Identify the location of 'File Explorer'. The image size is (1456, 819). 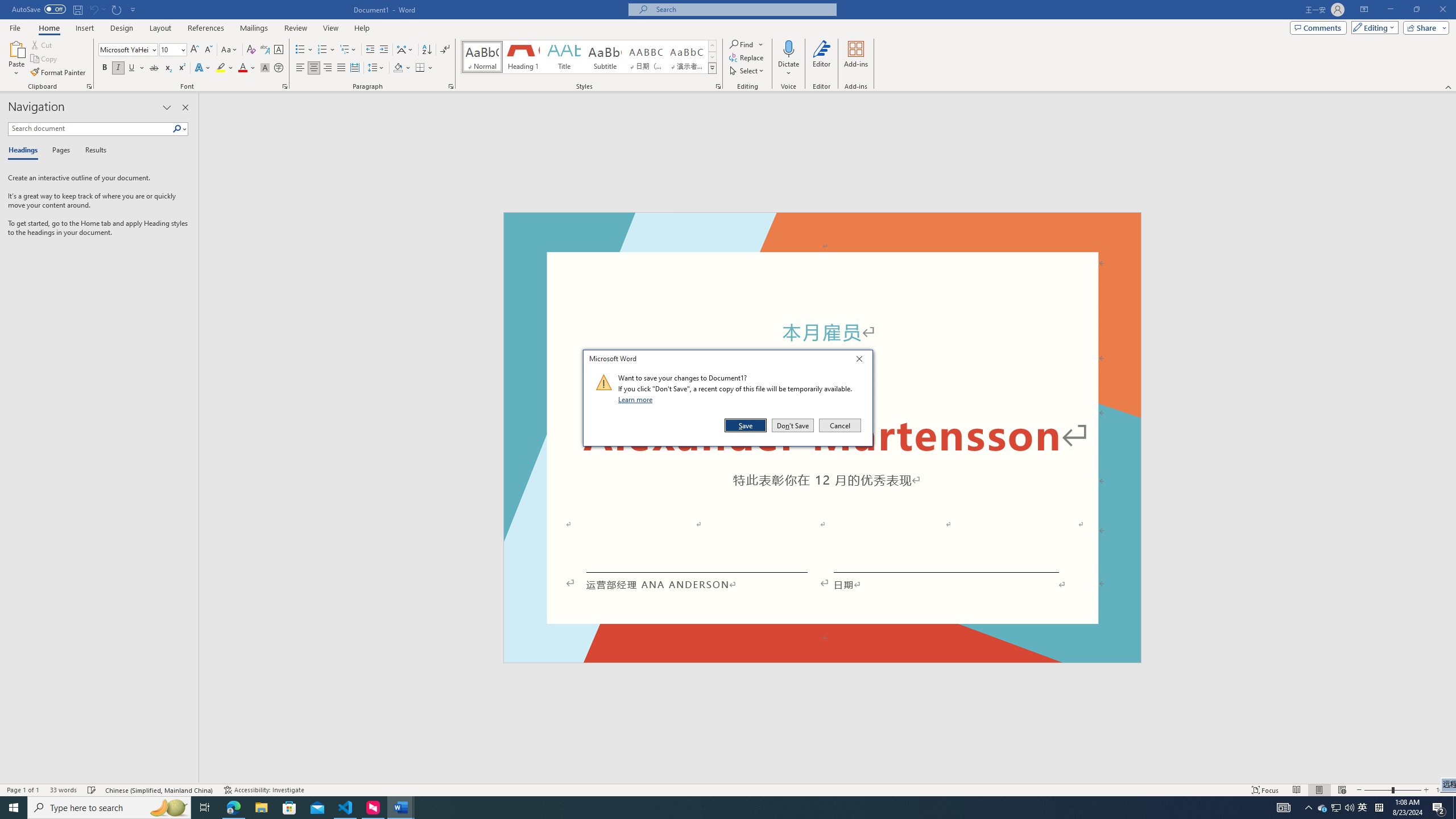
(260, 806).